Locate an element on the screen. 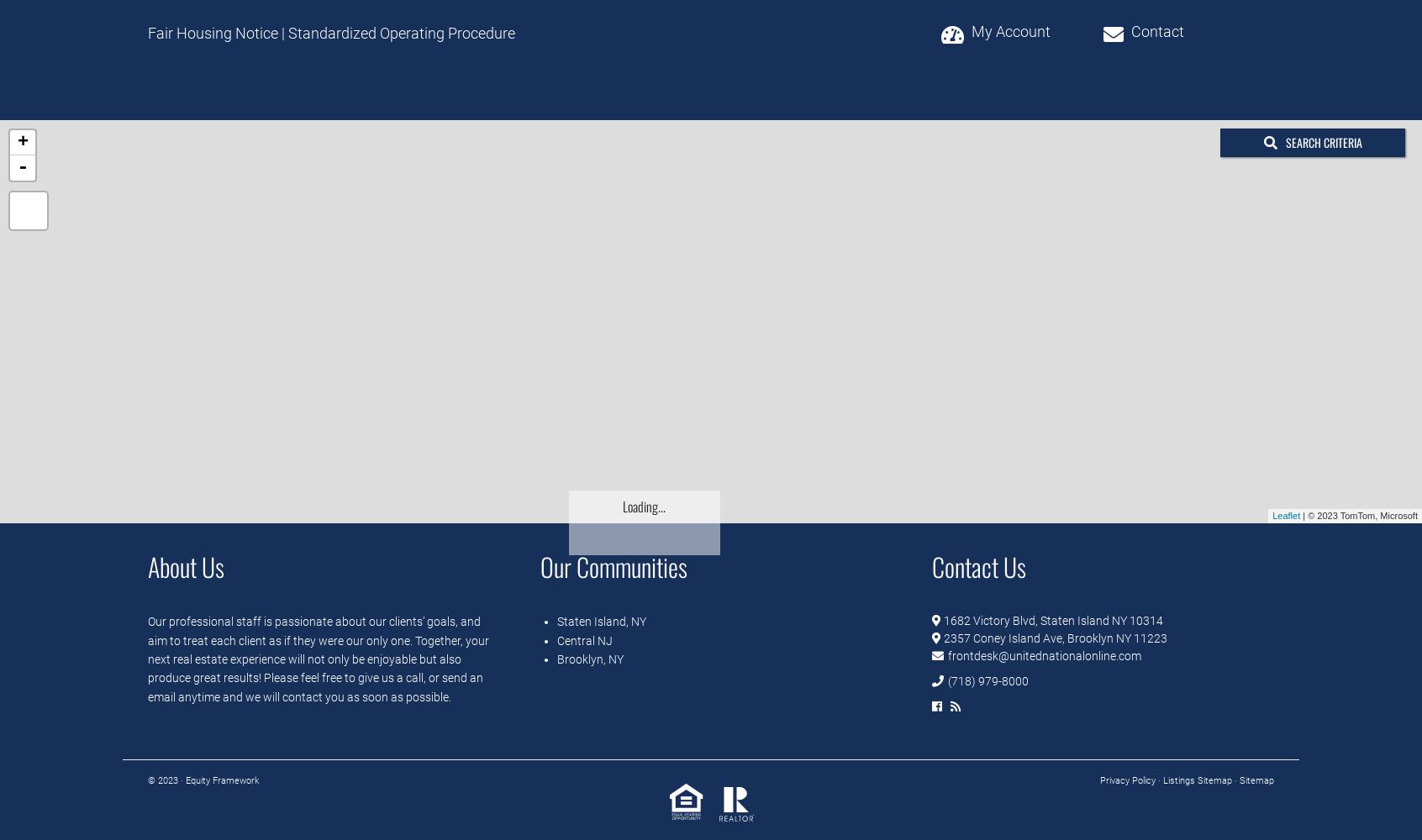  '(718) 979-8000' is located at coordinates (987, 681).